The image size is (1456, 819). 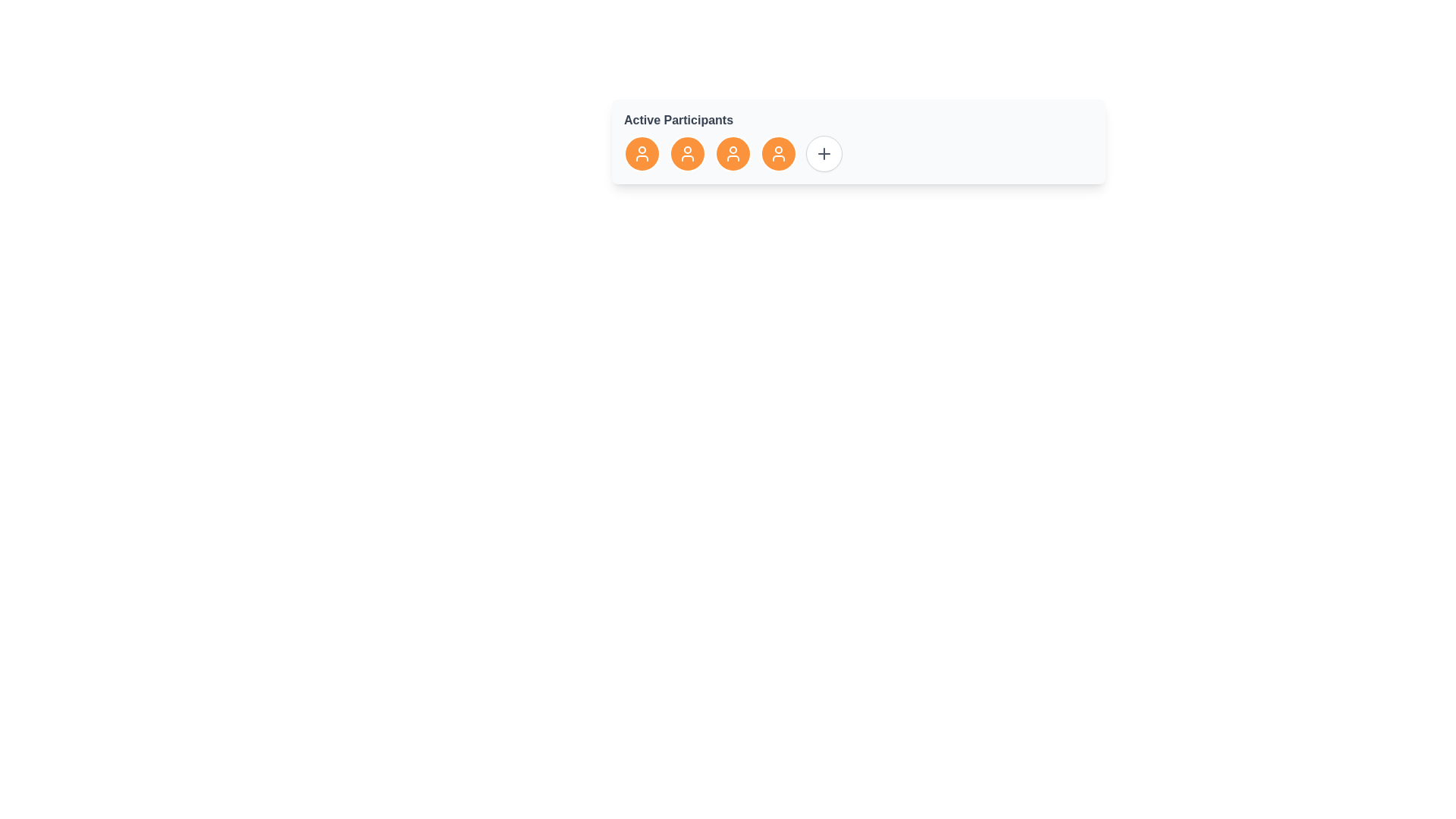 What do you see at coordinates (687, 154) in the screenshot?
I see `the circular icon with an orange background and white border containing a user avatar symbol, which is the second icon` at bounding box center [687, 154].